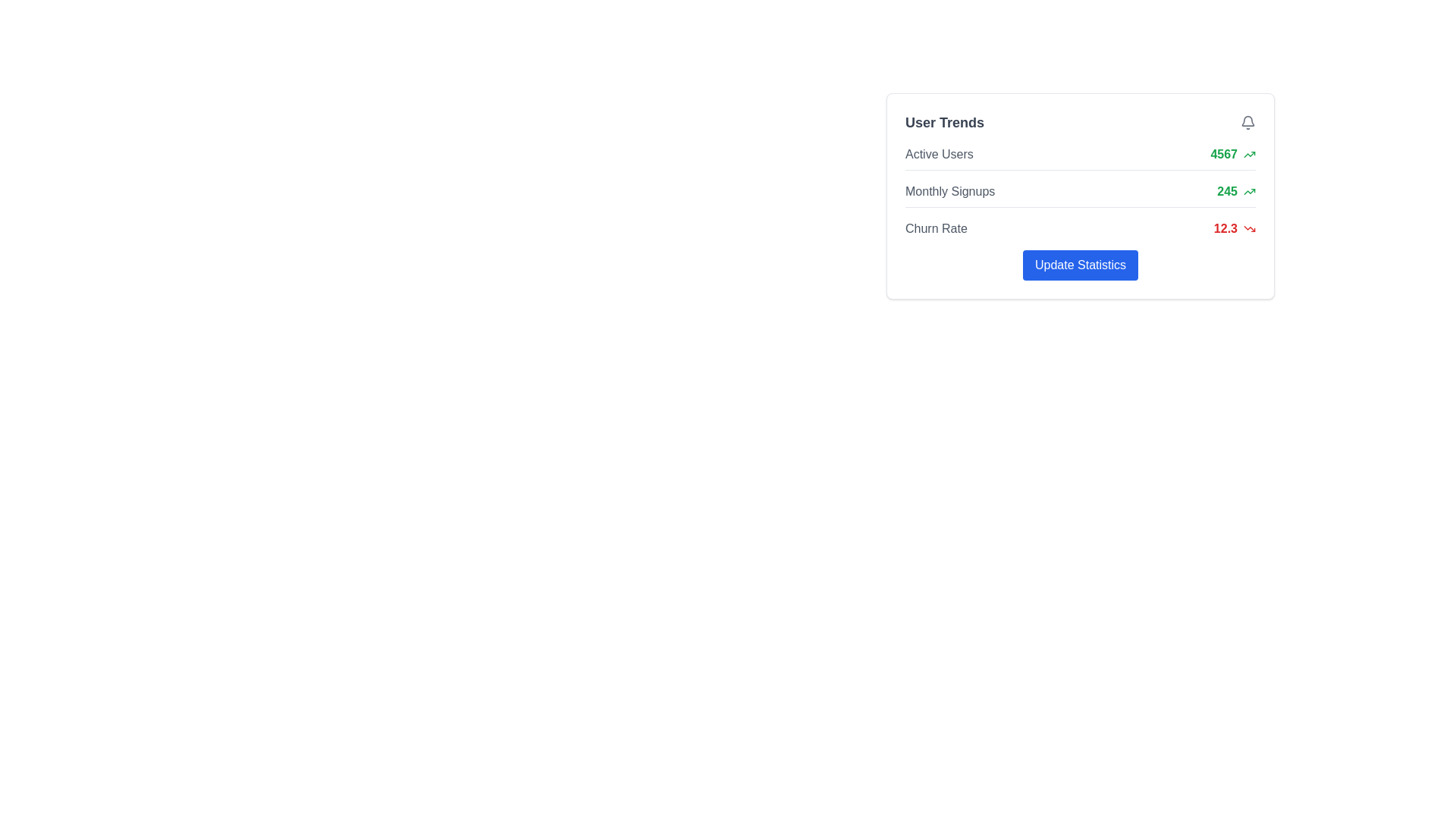 This screenshot has width=1456, height=819. What do you see at coordinates (1248, 122) in the screenshot?
I see `the notification bell icon located at the top-right corner of the 'User Trends' card for any changes in notifications or alerts` at bounding box center [1248, 122].